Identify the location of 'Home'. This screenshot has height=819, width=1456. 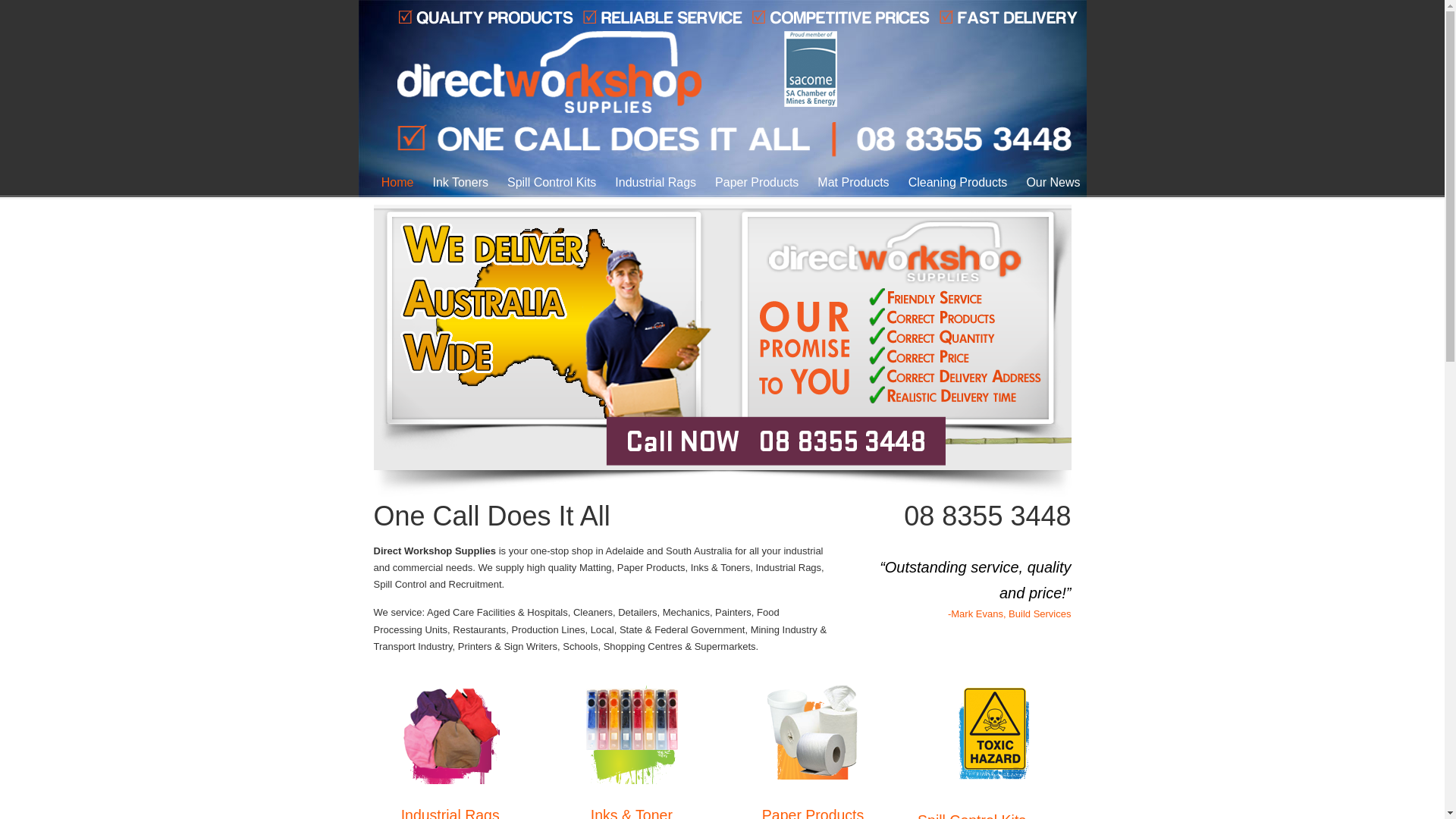
(393, 181).